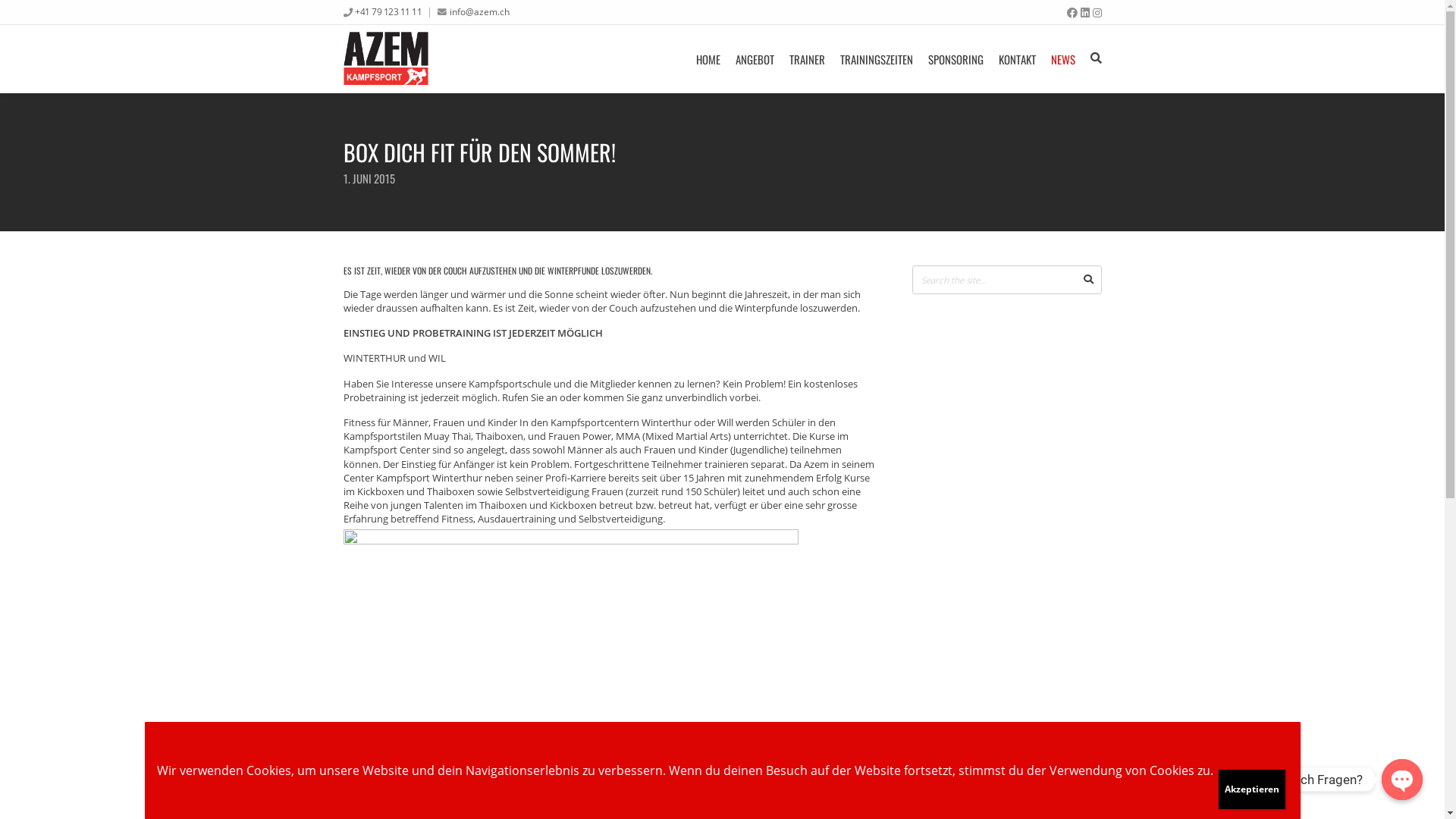  I want to click on 'KONTAKT', so click(1016, 58).